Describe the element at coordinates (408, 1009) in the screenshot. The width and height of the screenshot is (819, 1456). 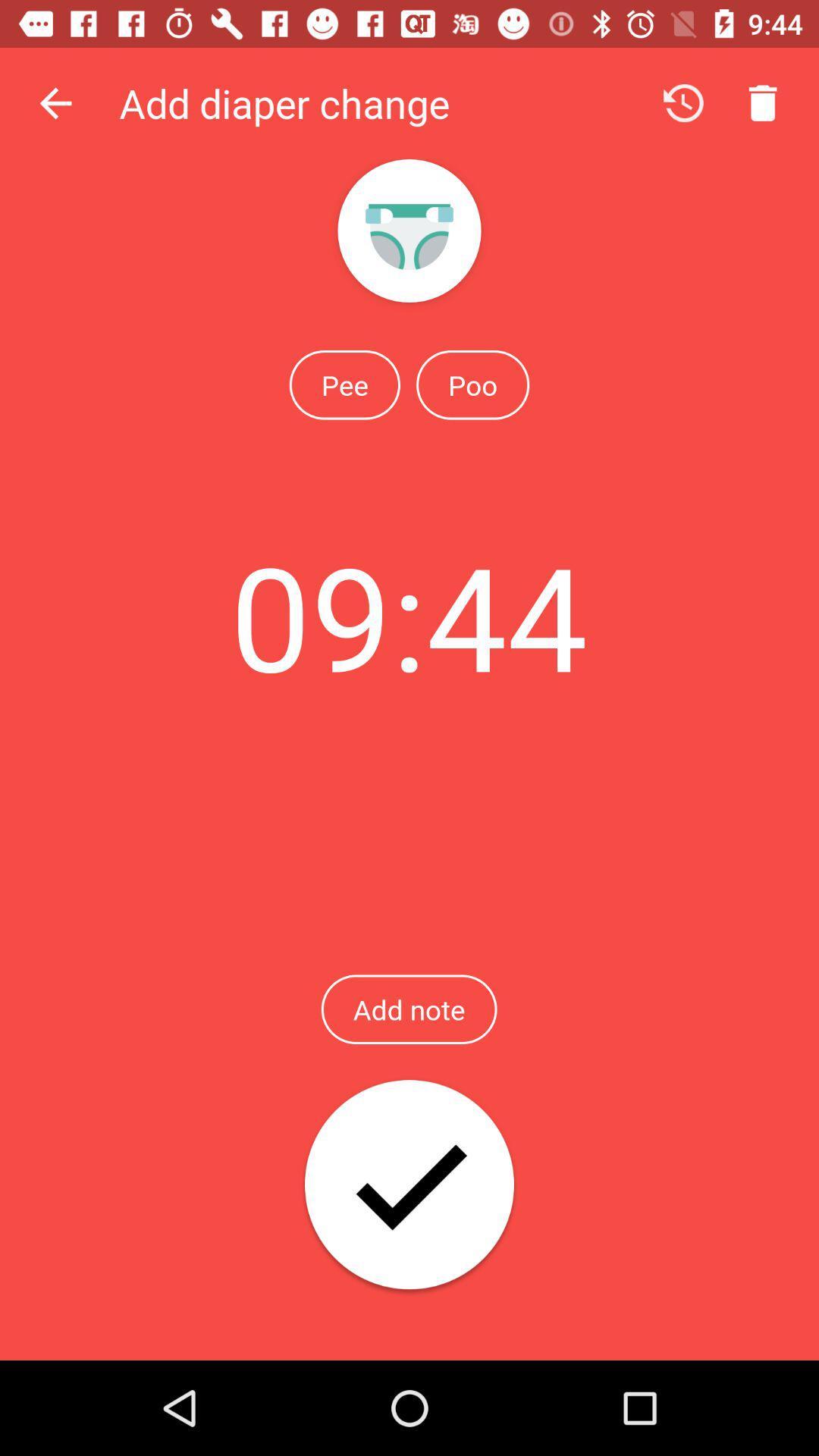
I see `add note item` at that location.